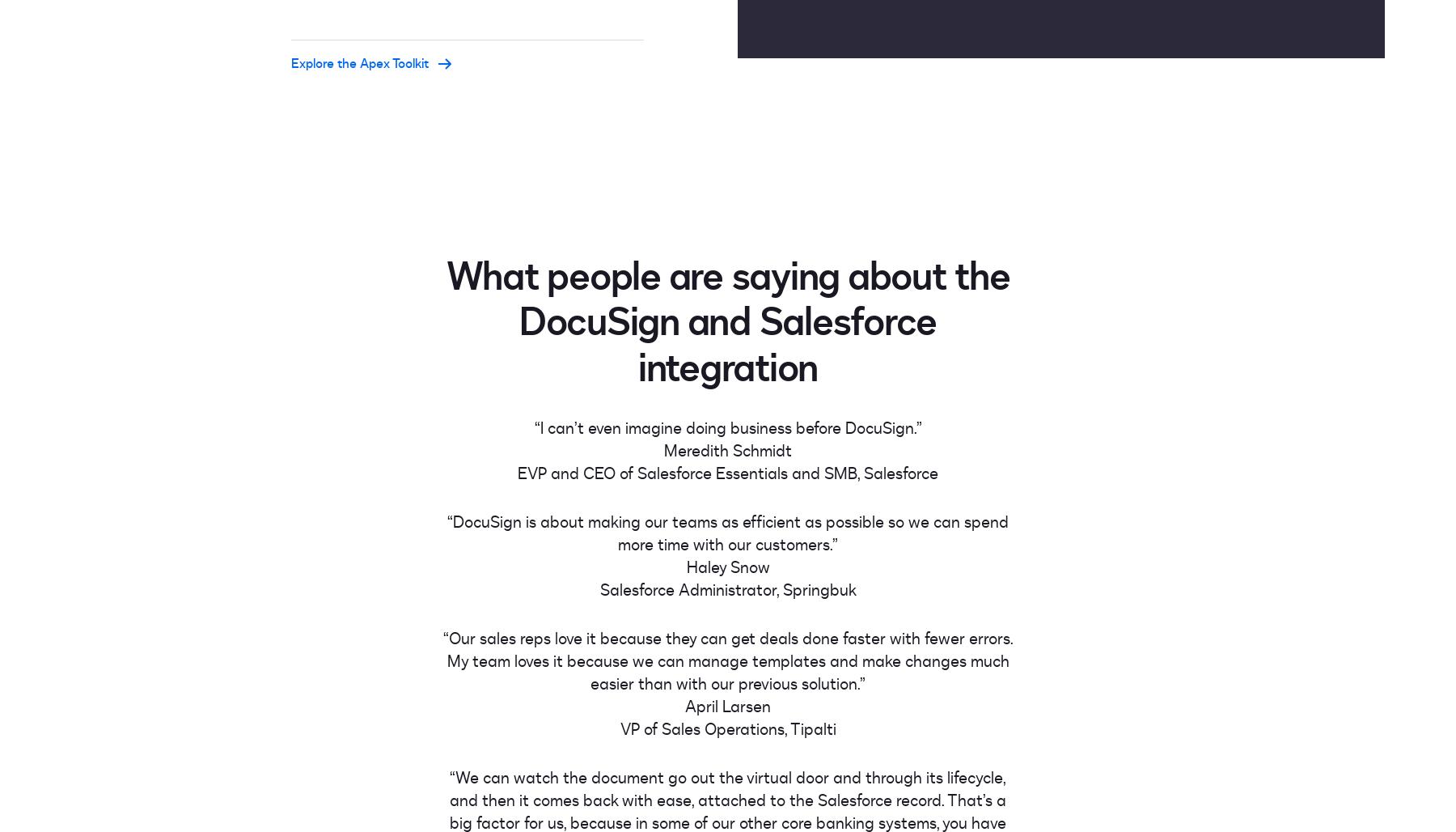  I want to click on 'April Larsen', so click(728, 705).